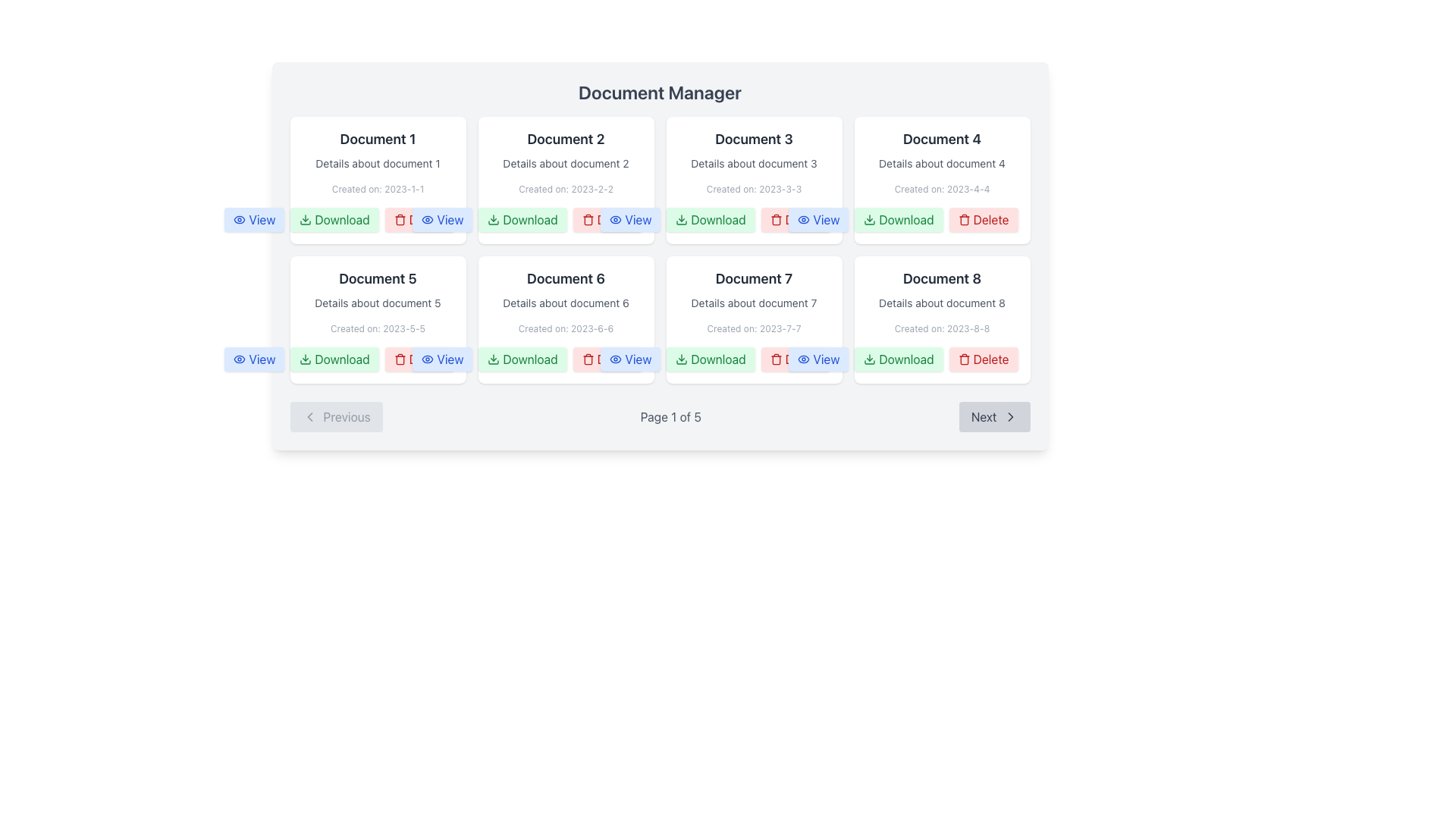  What do you see at coordinates (754, 164) in the screenshot?
I see `the text display reading 'Details about document 3' located below the title 'Document 3' in the Document Manager grid` at bounding box center [754, 164].